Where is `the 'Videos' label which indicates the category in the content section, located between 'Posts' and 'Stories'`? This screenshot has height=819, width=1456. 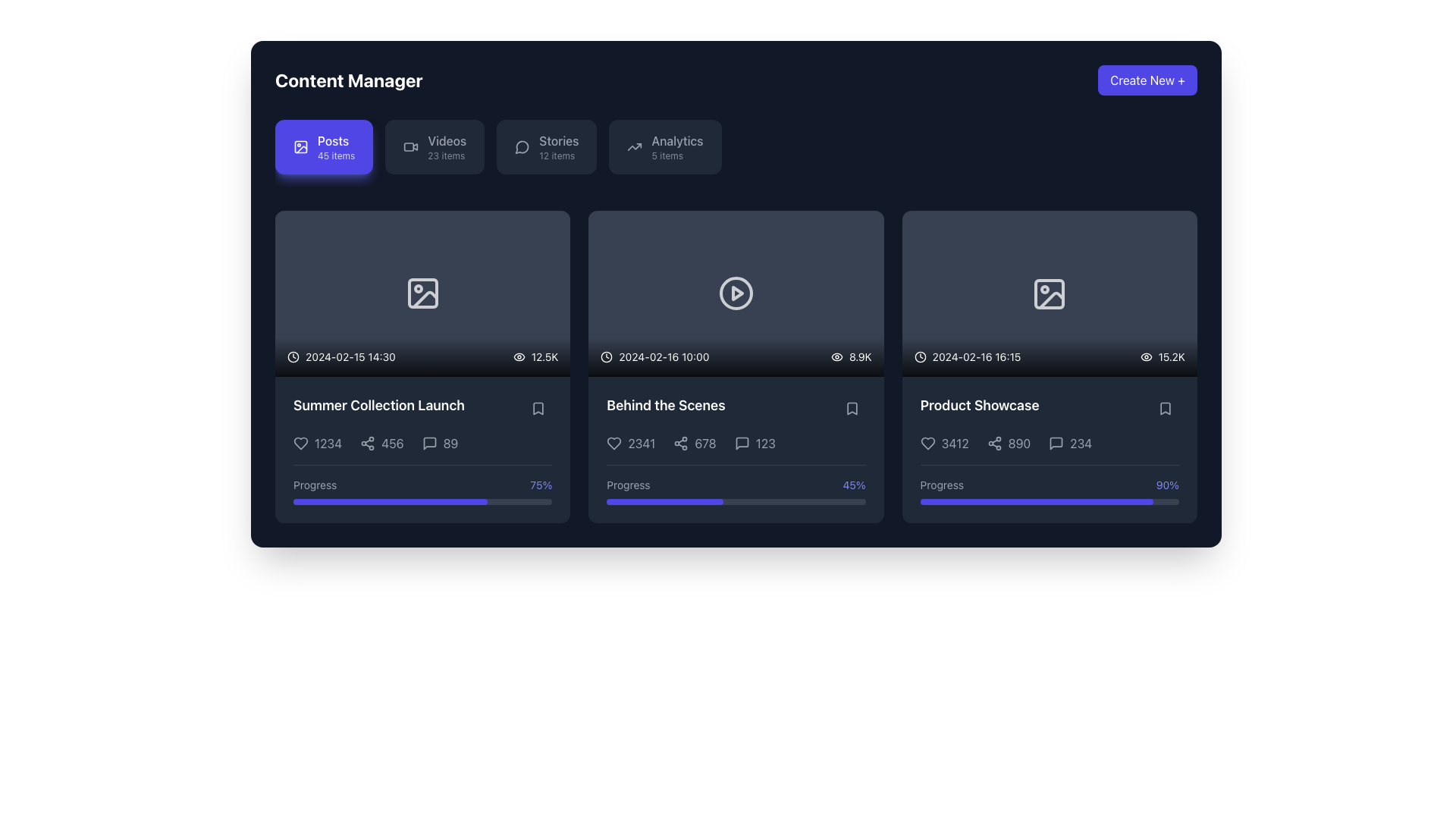 the 'Videos' label which indicates the category in the content section, located between 'Posts' and 'Stories' is located at coordinates (446, 140).